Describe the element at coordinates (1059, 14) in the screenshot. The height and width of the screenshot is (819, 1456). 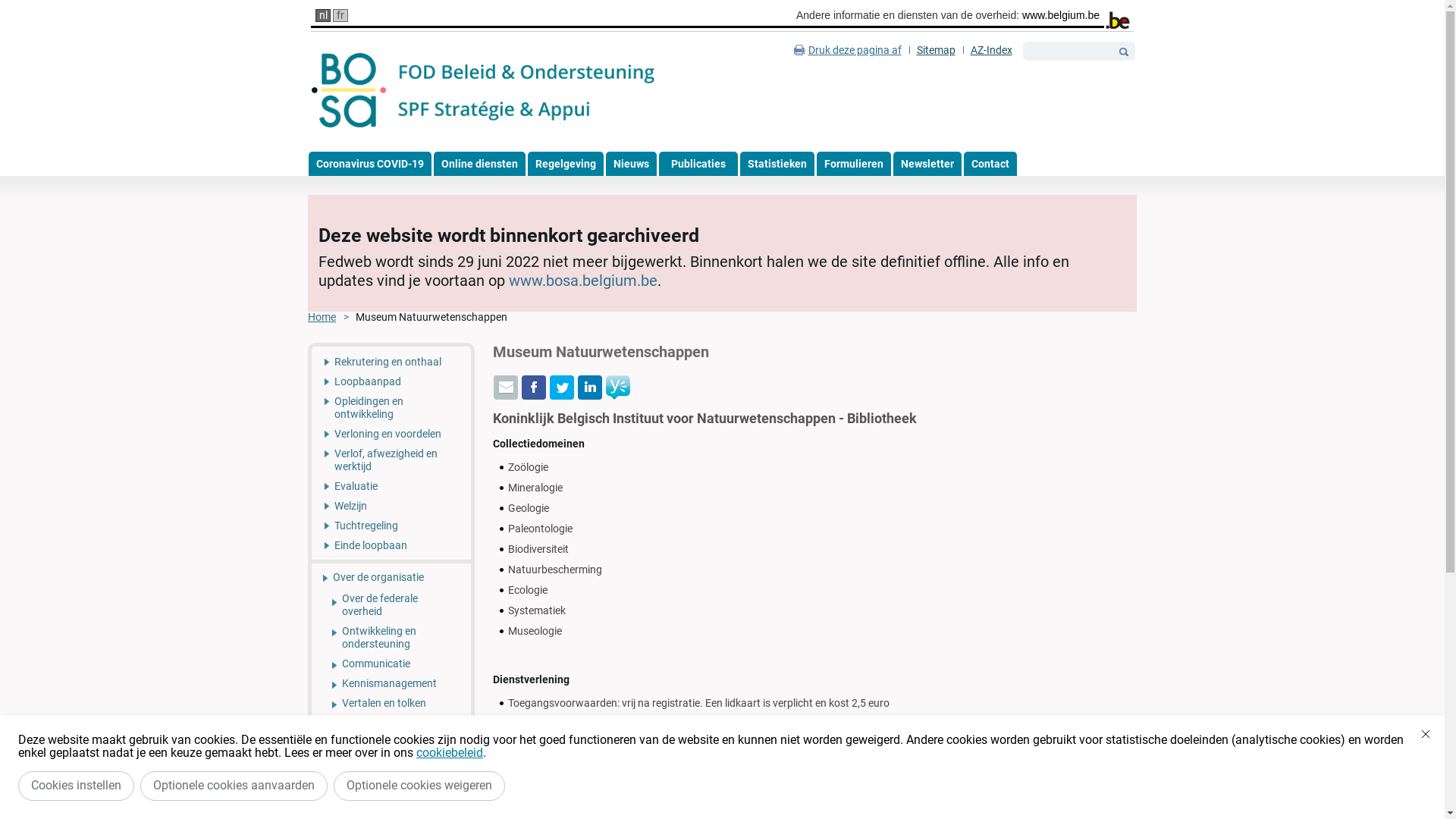
I see `'www.belgium.be'` at that location.